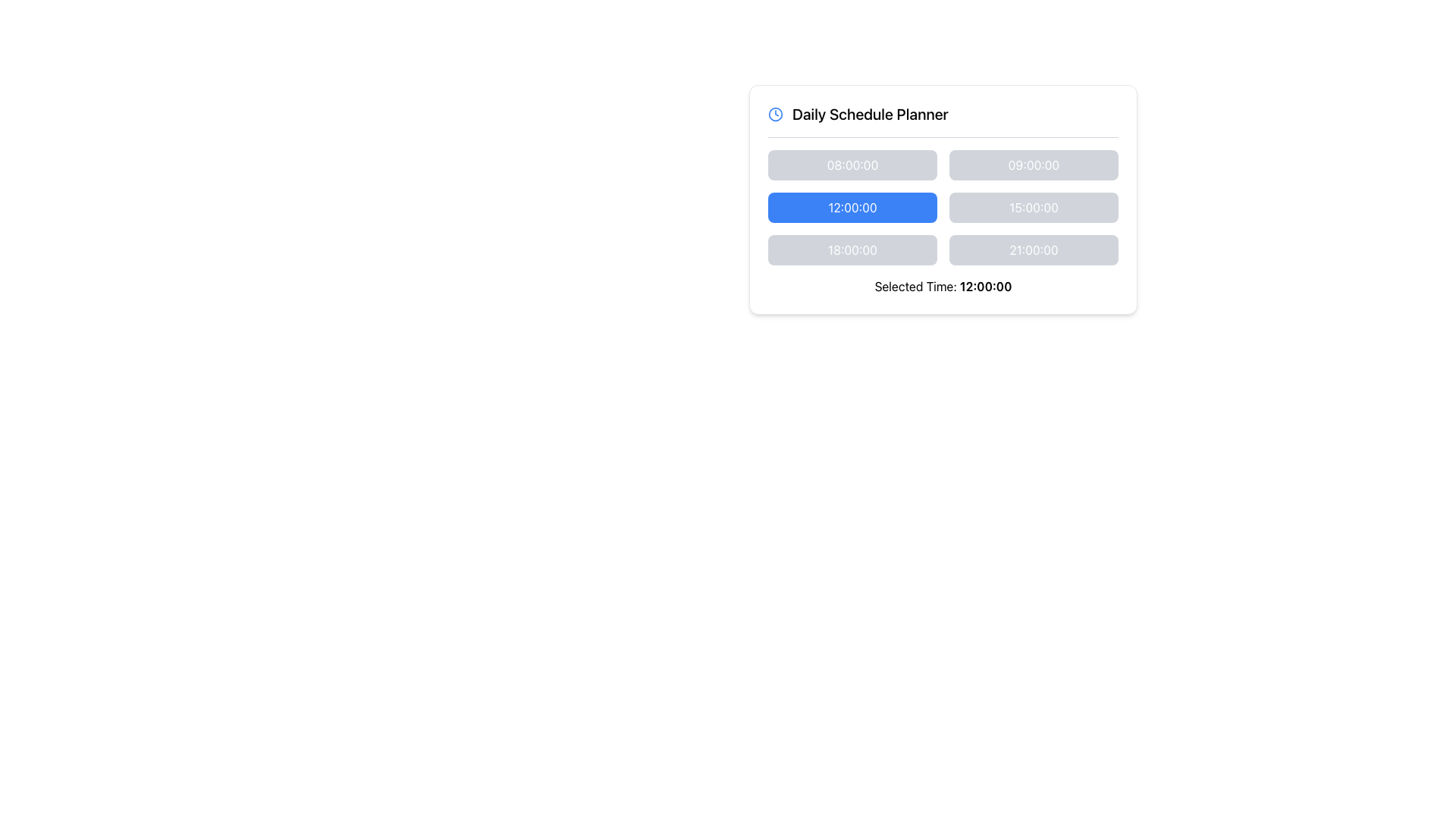 This screenshot has width=1456, height=819. Describe the element at coordinates (942, 113) in the screenshot. I see `the text label with an icon that serves as a title for the scheduling features section, located at the top of a card-like section with a white background and gray border` at that location.